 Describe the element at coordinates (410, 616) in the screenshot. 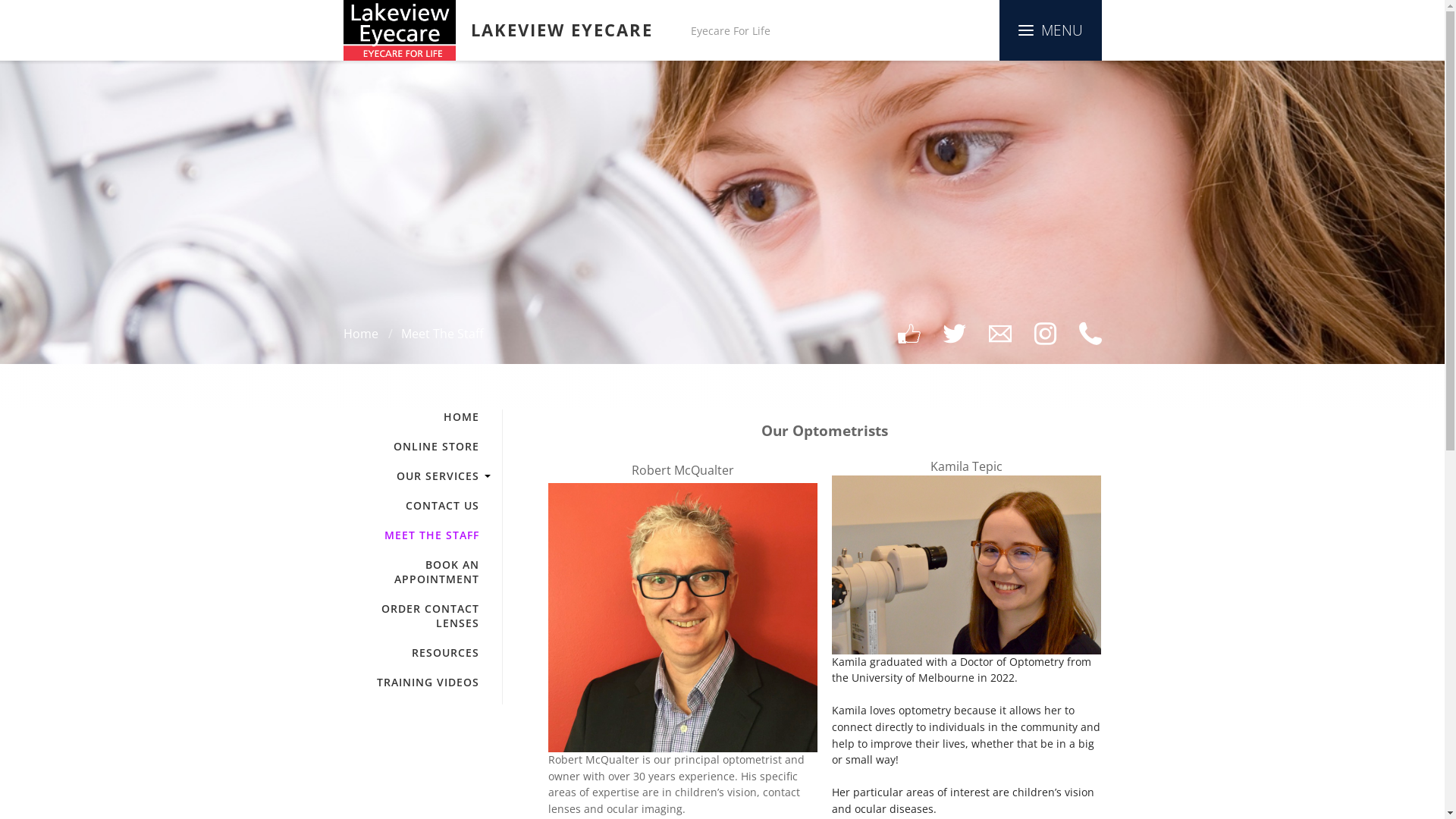

I see `'ORDER CONTACT LENSES'` at that location.